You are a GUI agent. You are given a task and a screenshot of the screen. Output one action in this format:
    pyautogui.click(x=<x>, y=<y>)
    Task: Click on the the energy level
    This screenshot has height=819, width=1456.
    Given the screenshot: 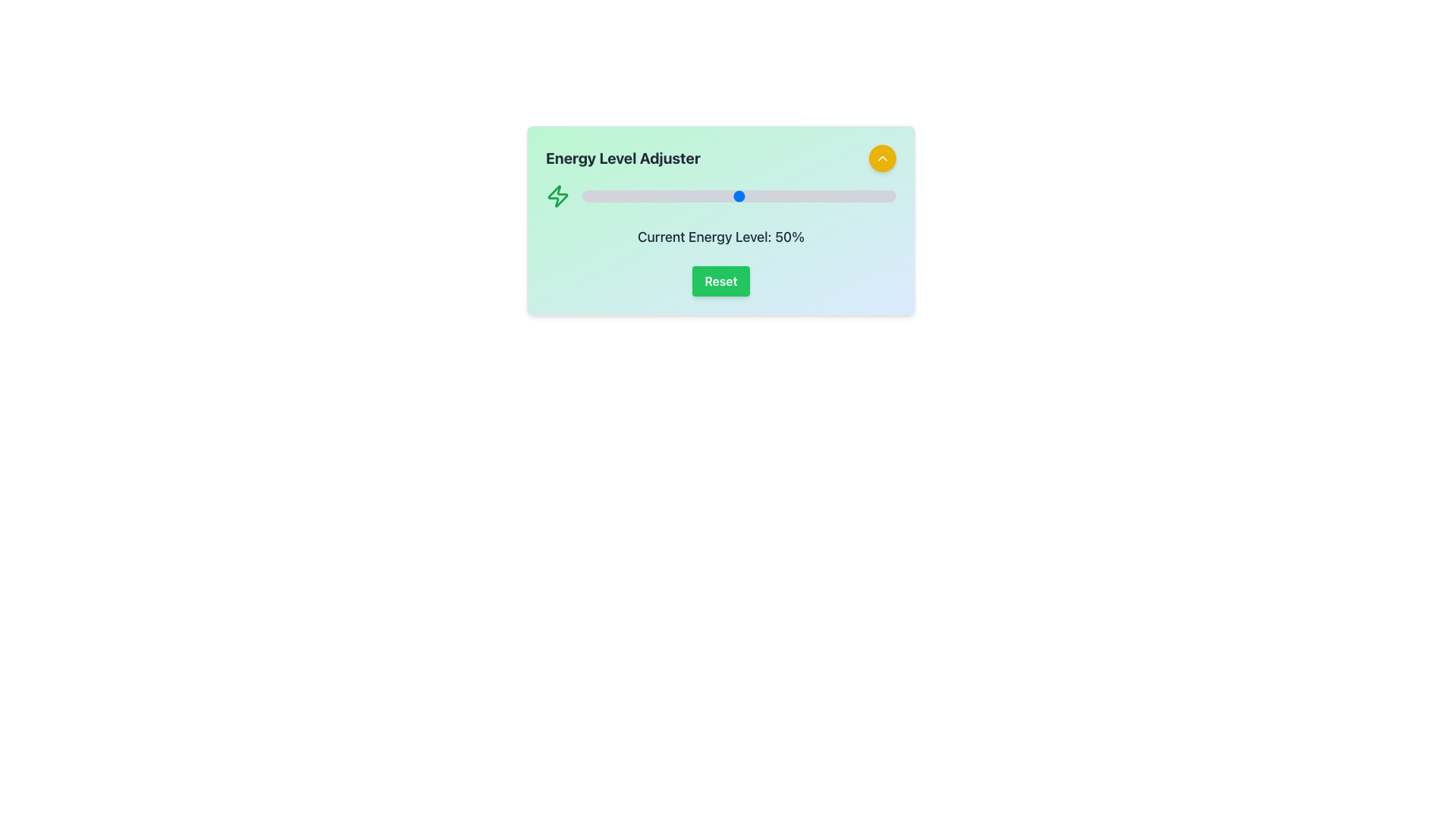 What is the action you would take?
    pyautogui.click(x=745, y=195)
    